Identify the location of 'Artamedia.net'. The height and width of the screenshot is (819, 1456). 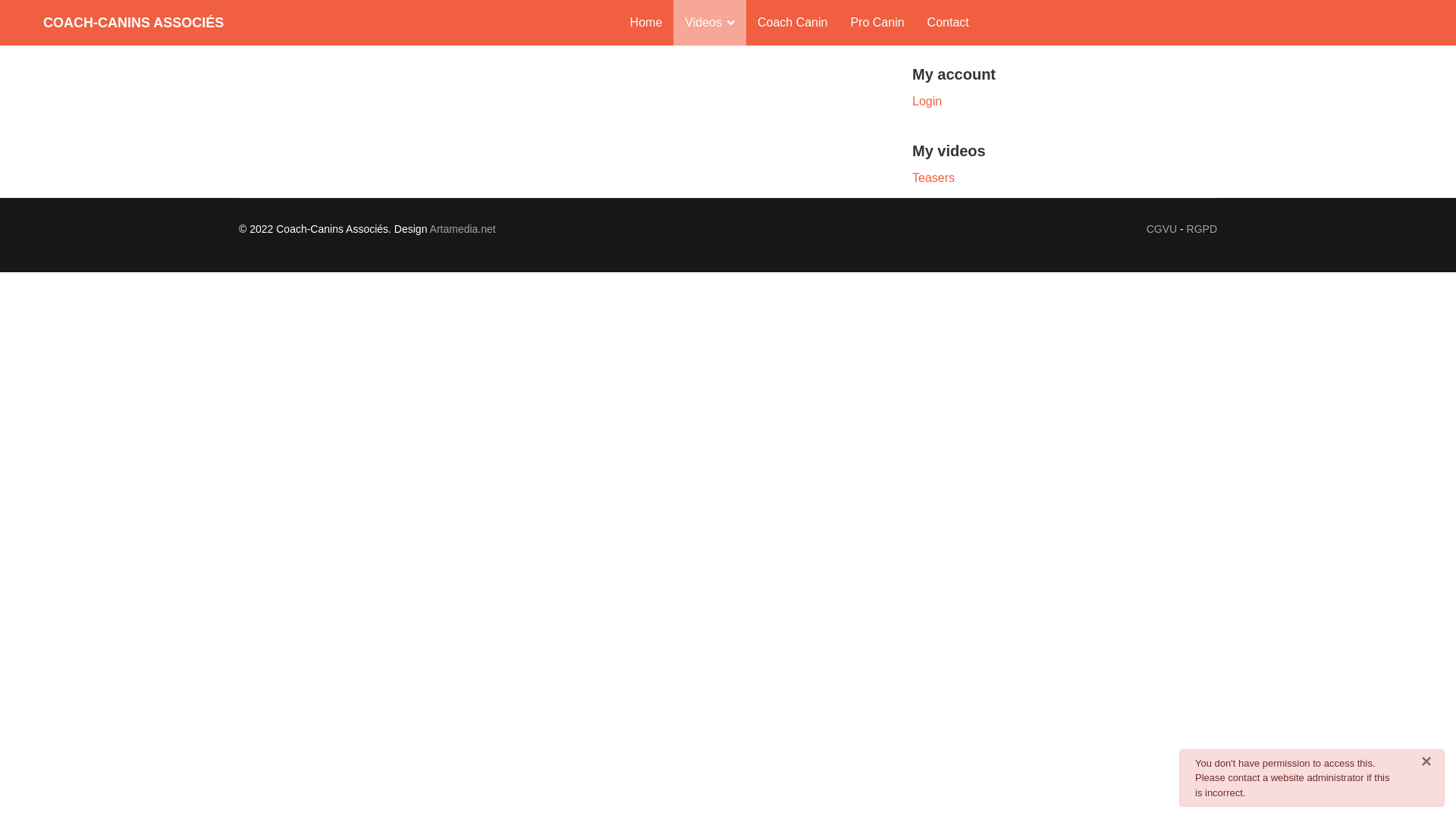
(462, 228).